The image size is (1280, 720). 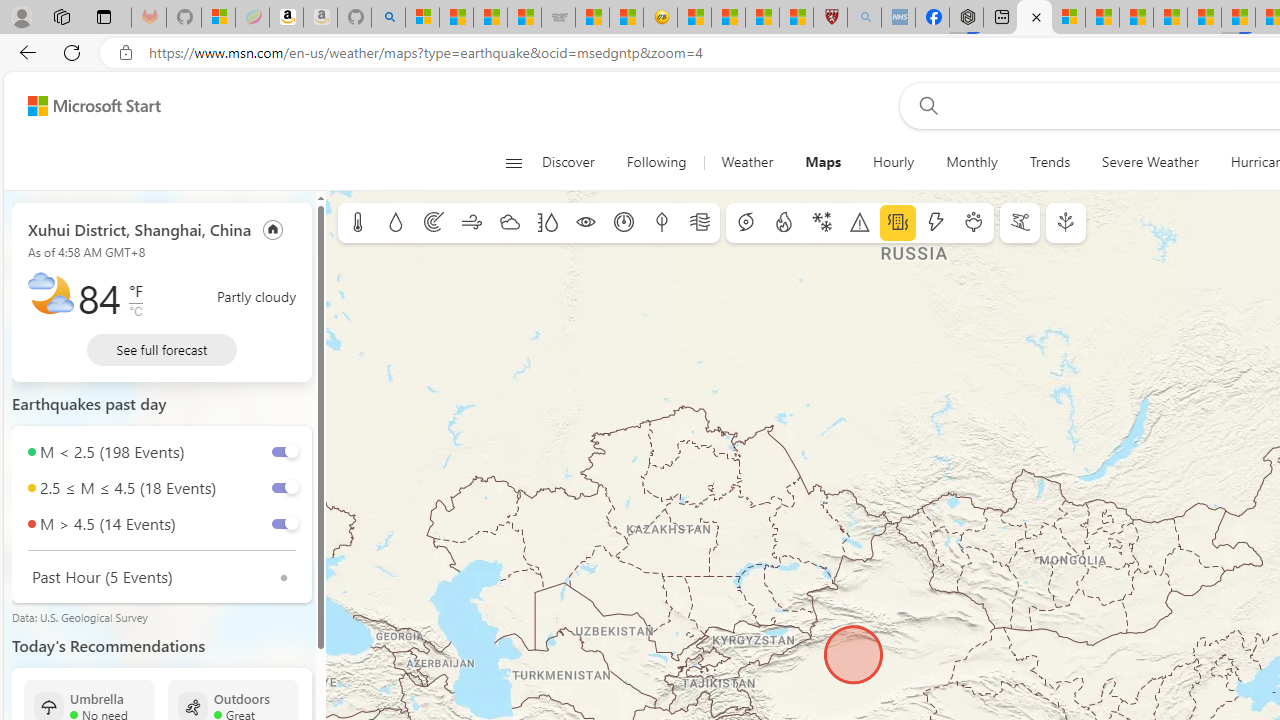 What do you see at coordinates (1049, 162) in the screenshot?
I see `'Trends'` at bounding box center [1049, 162].